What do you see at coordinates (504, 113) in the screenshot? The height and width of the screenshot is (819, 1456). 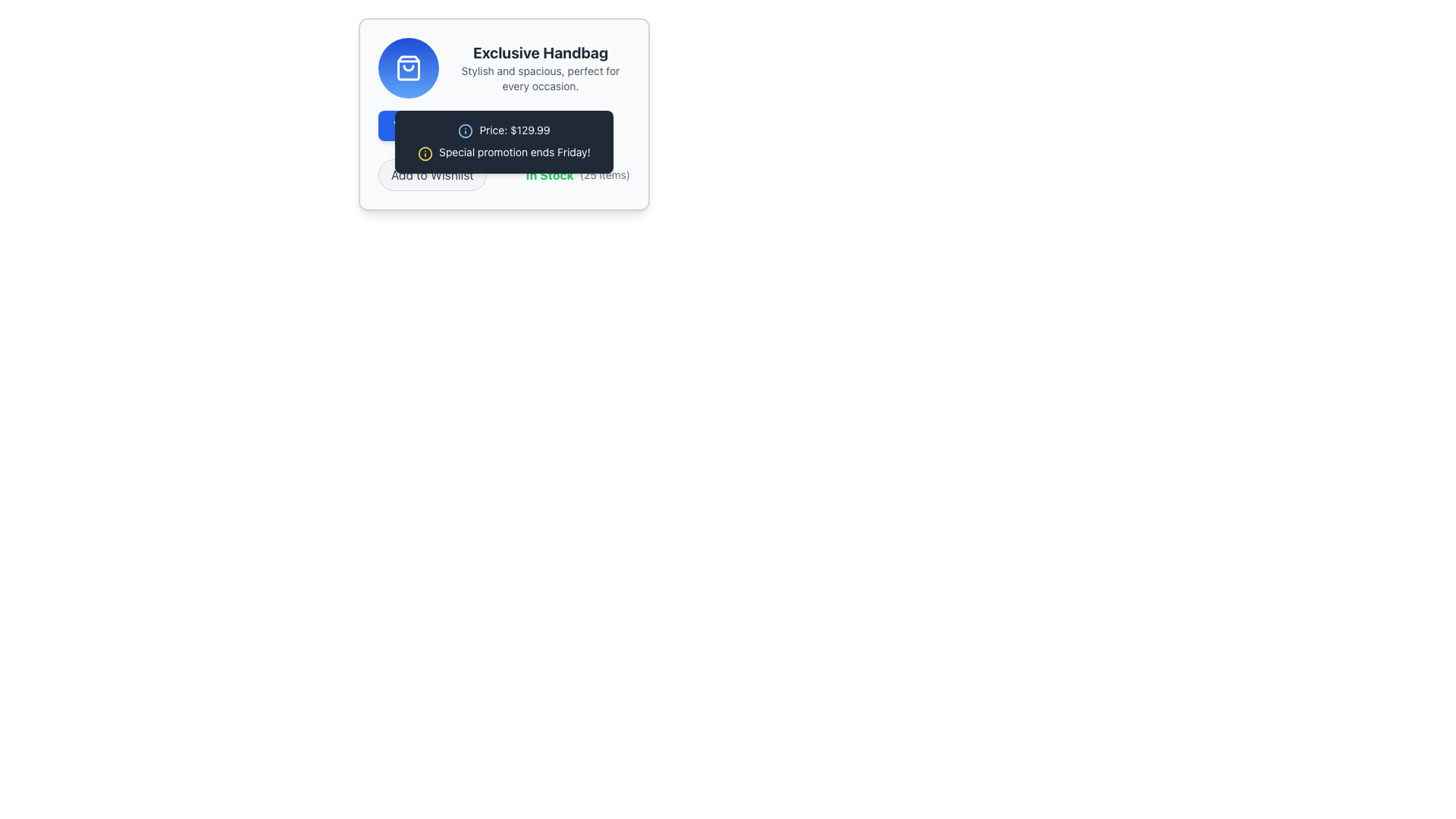 I see `the informational pop-up box that highlights the price and promotional message for the product, located below the product title and above the wishlist button` at bounding box center [504, 113].